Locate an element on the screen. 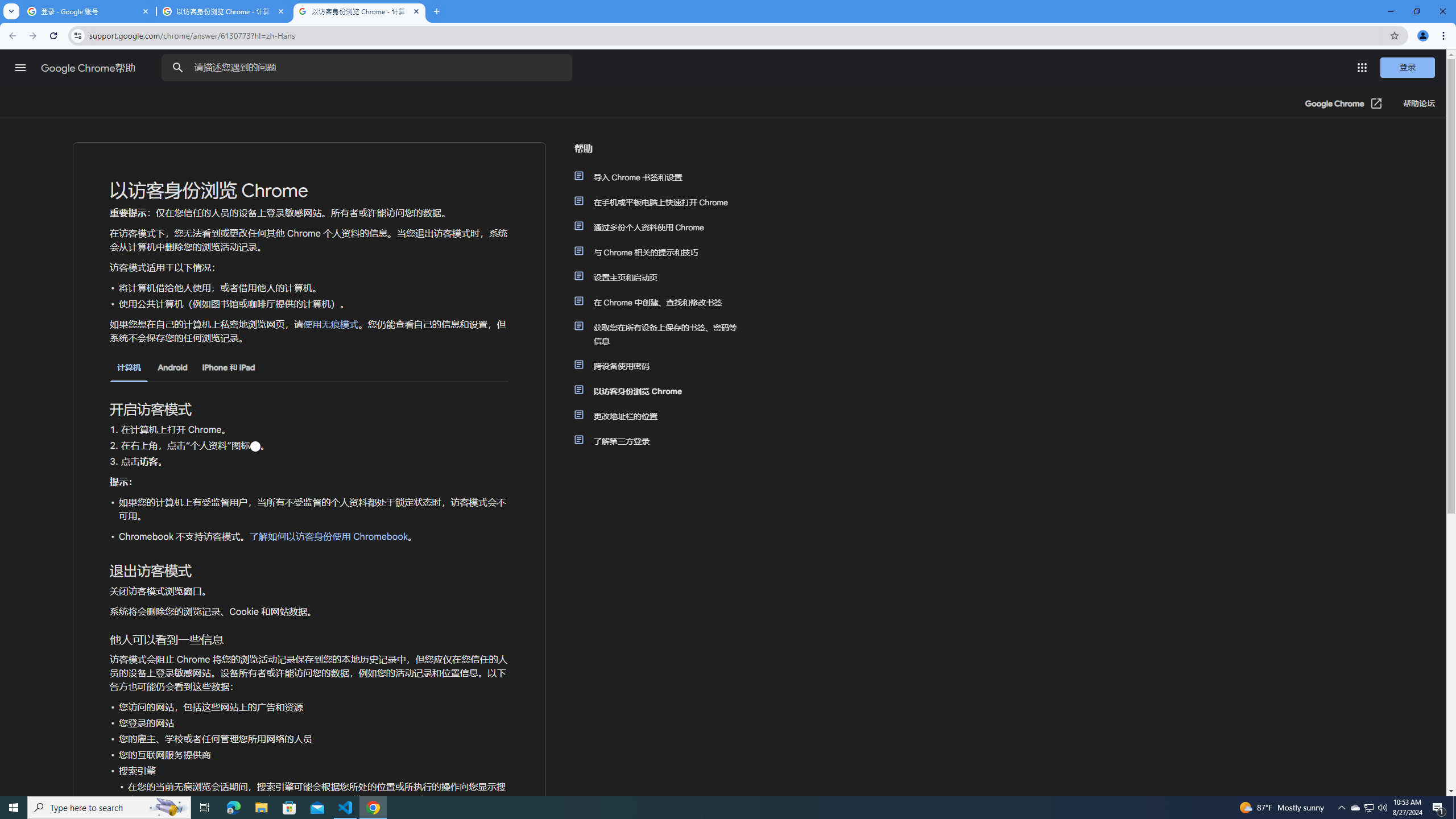  'Android' is located at coordinates (172, 367).